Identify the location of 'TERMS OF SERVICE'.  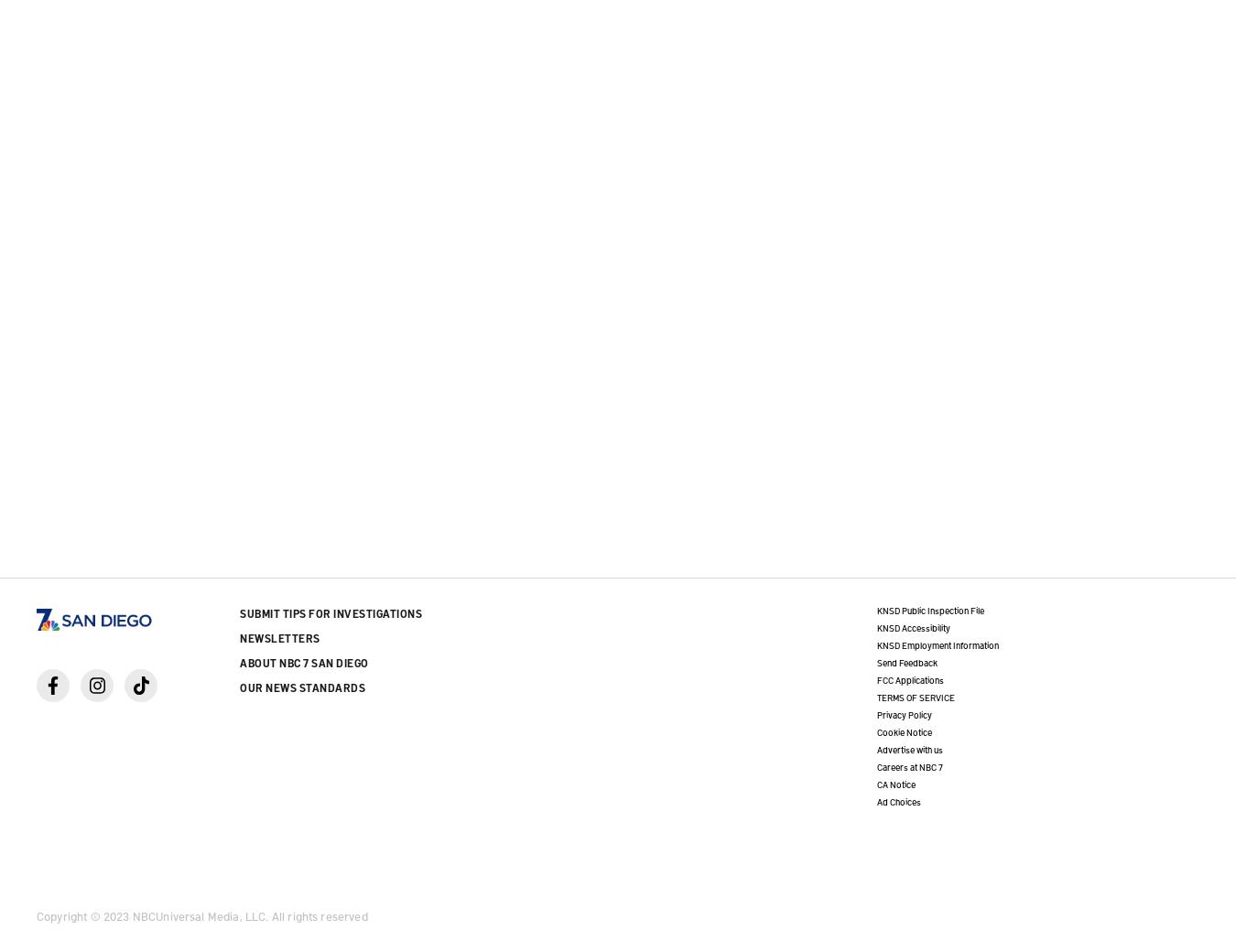
(915, 697).